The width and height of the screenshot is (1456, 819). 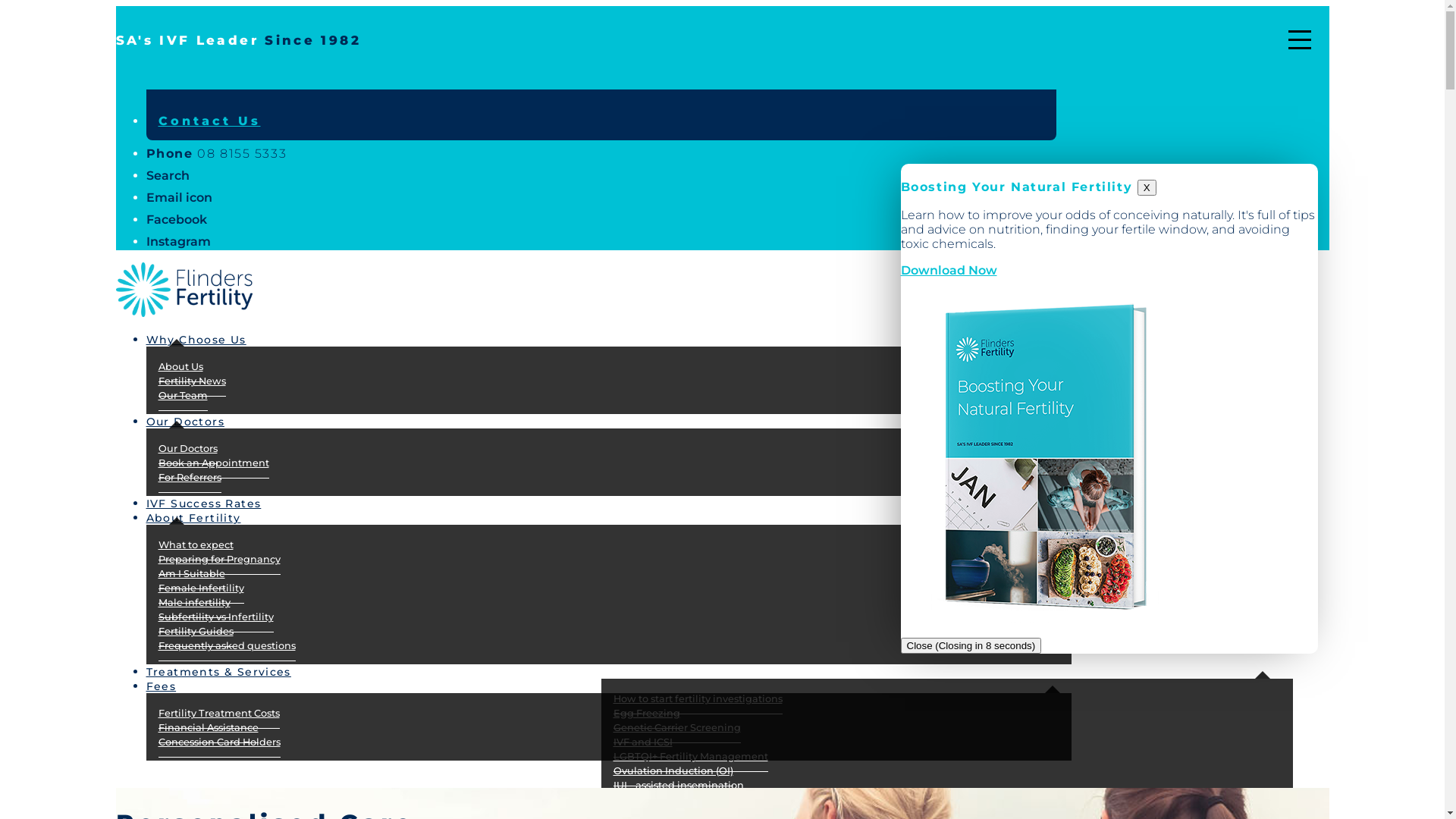 I want to click on 'Financial Assistance', so click(x=157, y=727).